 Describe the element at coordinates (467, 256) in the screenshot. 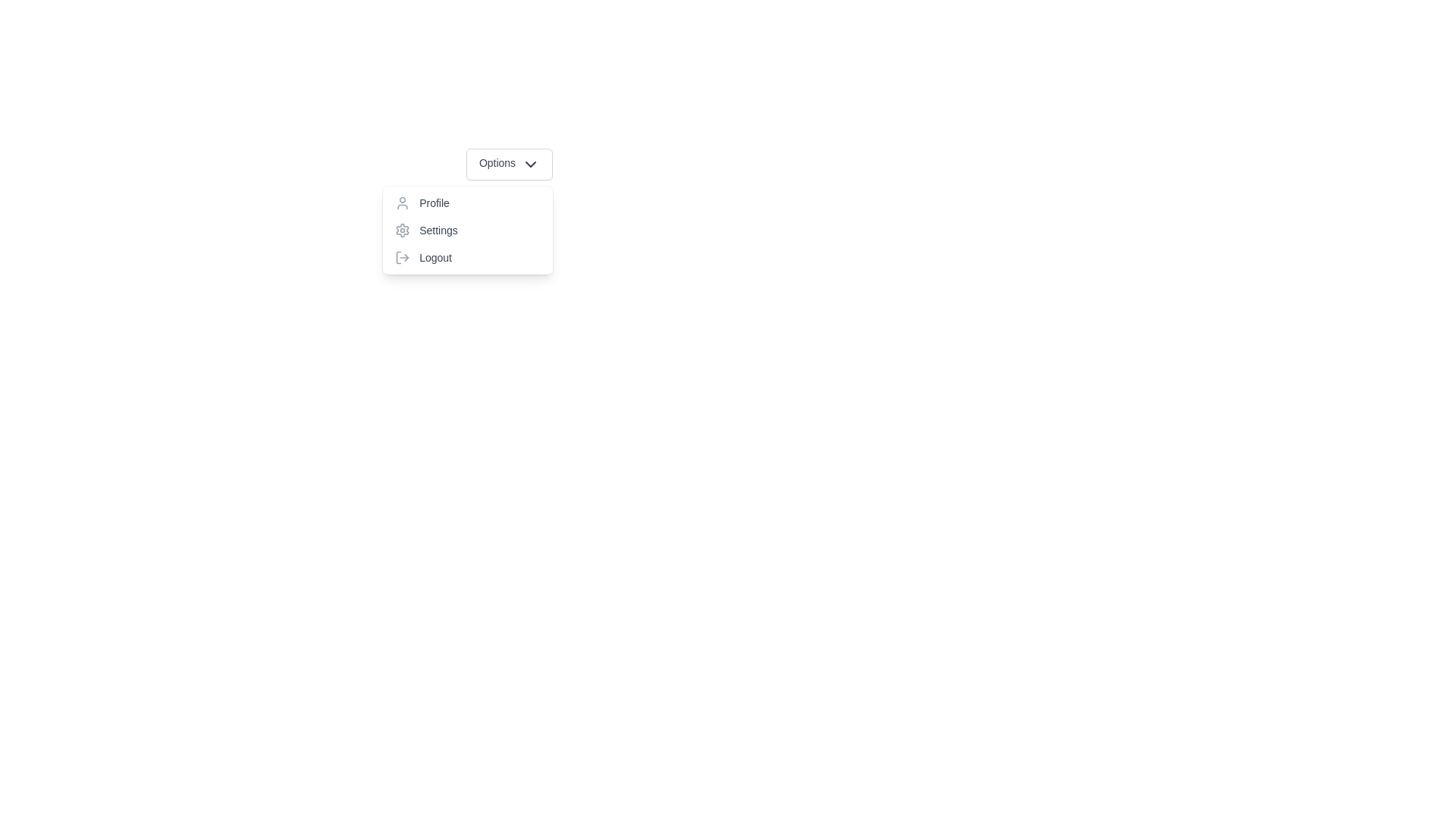

I see `the 'Logout' option in the dropdown menu` at that location.